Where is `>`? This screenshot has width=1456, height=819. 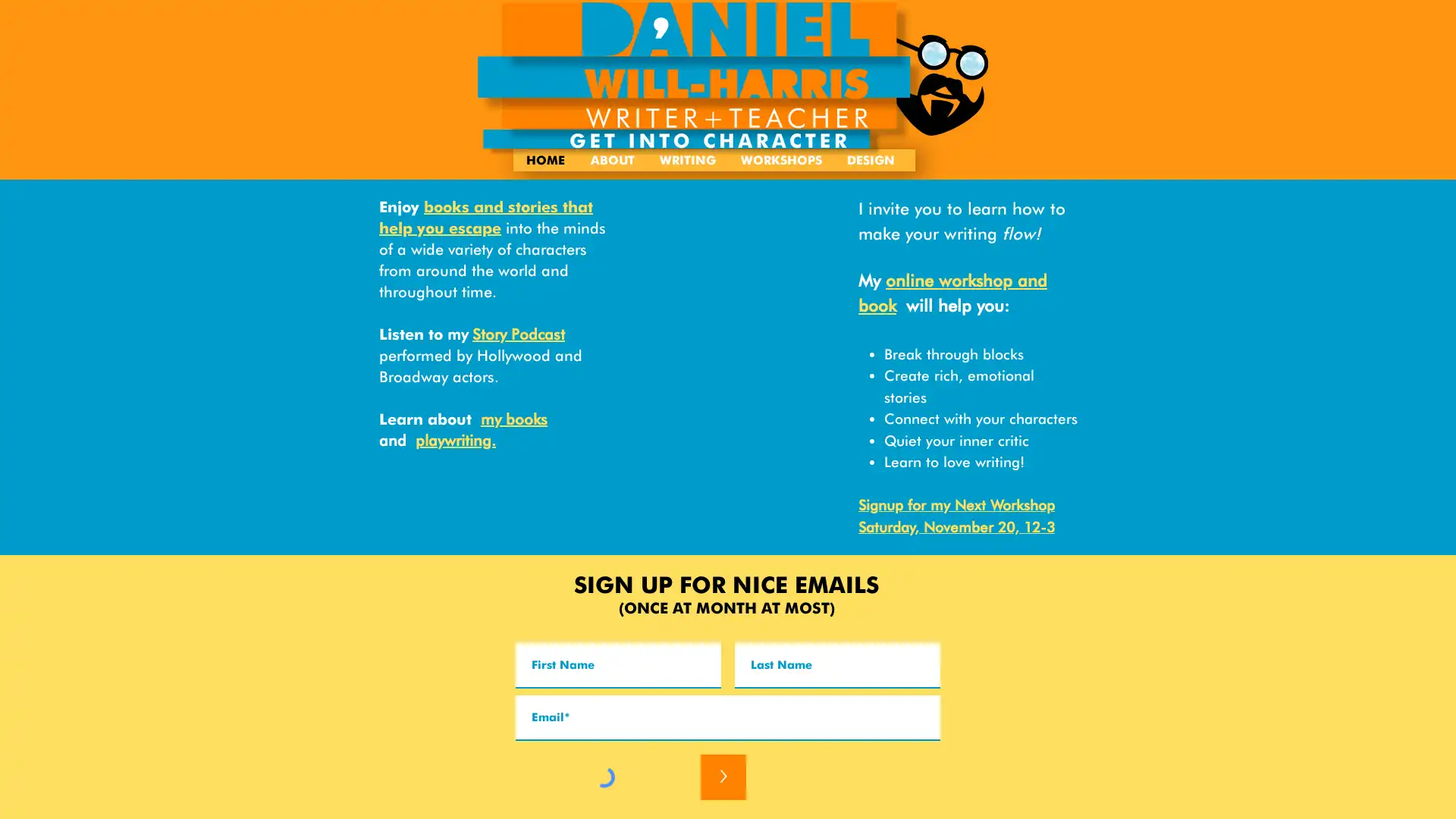 > is located at coordinates (723, 777).